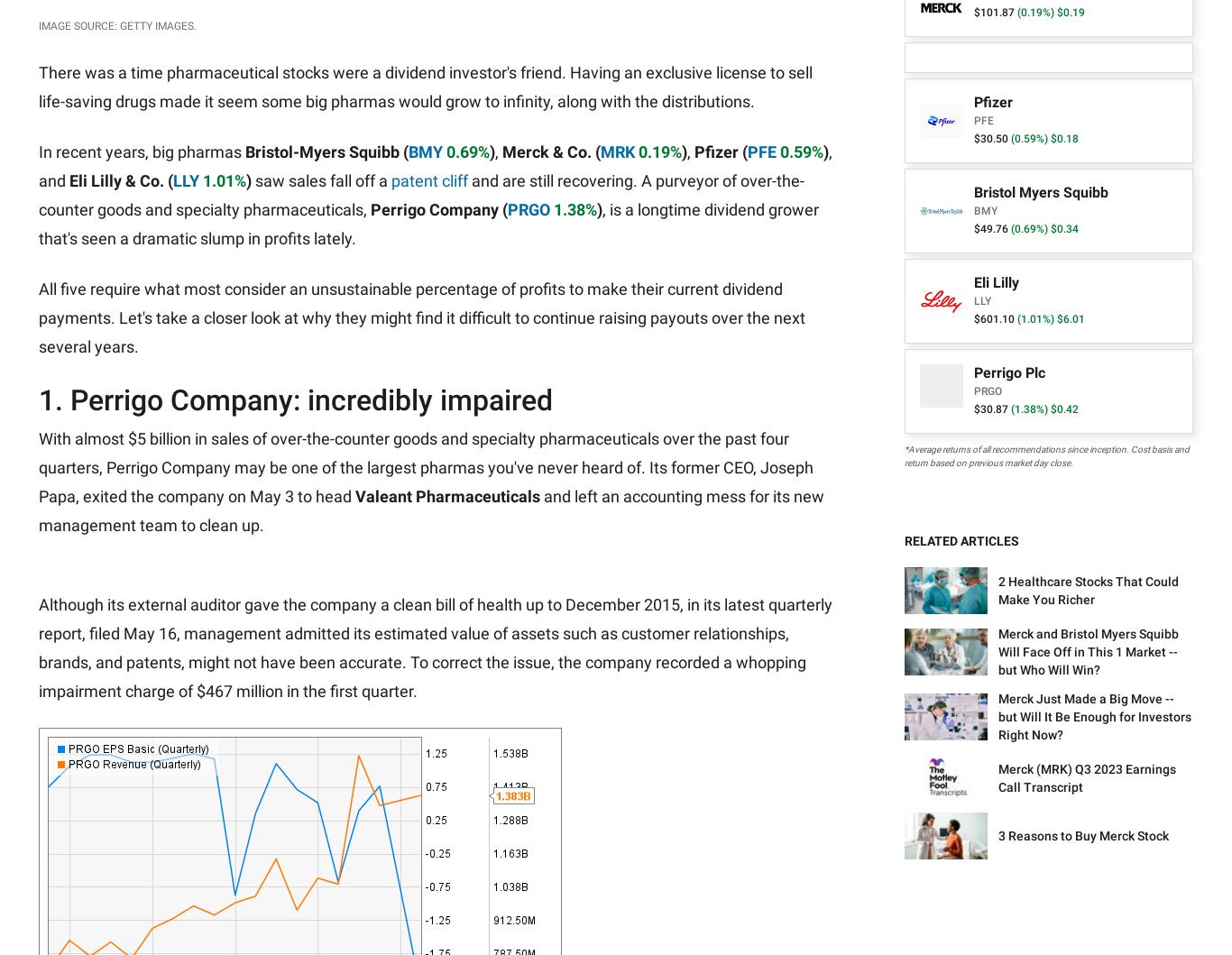  What do you see at coordinates (222, 831) in the screenshot?
I see `'Invest better with The Motley Fool. Get stock recommendations, portfolio guidance, and more from The Motley Fool's premium services.'` at bounding box center [222, 831].